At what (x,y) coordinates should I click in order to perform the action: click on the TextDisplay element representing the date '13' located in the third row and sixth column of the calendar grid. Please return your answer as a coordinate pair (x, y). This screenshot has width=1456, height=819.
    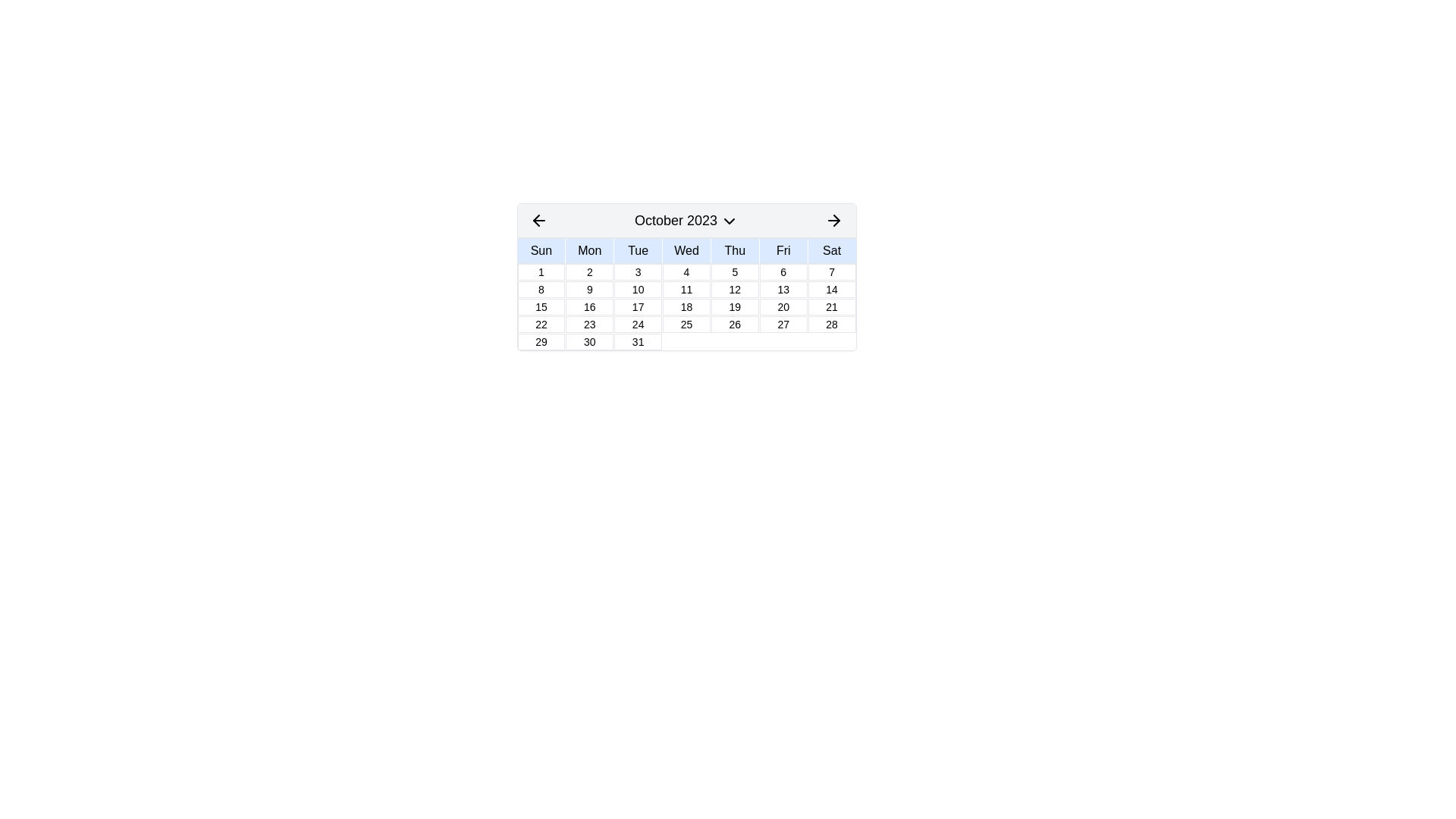
    Looking at the image, I should click on (783, 289).